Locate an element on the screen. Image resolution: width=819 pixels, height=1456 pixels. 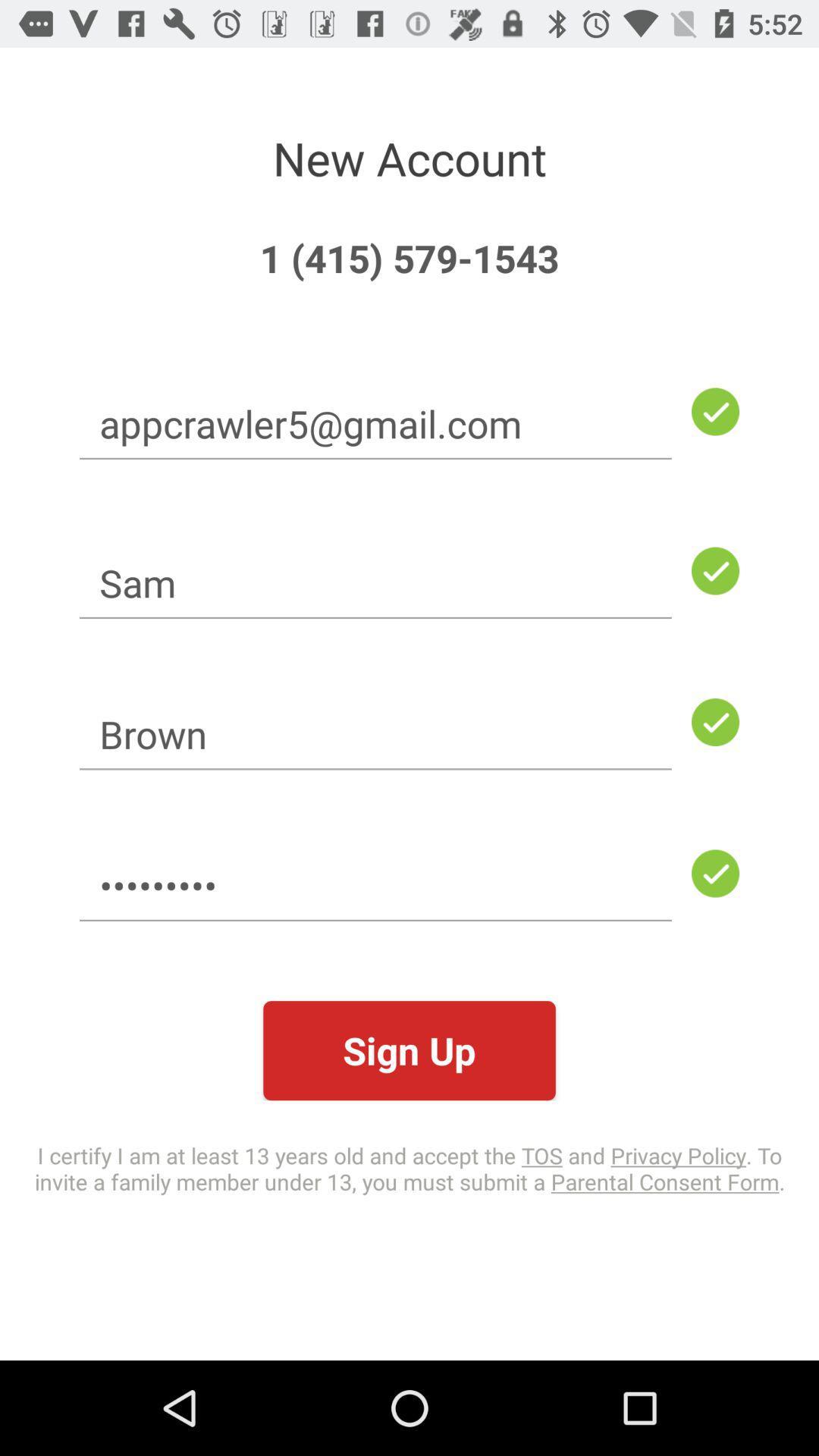
the icon below the crowd3116 is located at coordinates (409, 1050).